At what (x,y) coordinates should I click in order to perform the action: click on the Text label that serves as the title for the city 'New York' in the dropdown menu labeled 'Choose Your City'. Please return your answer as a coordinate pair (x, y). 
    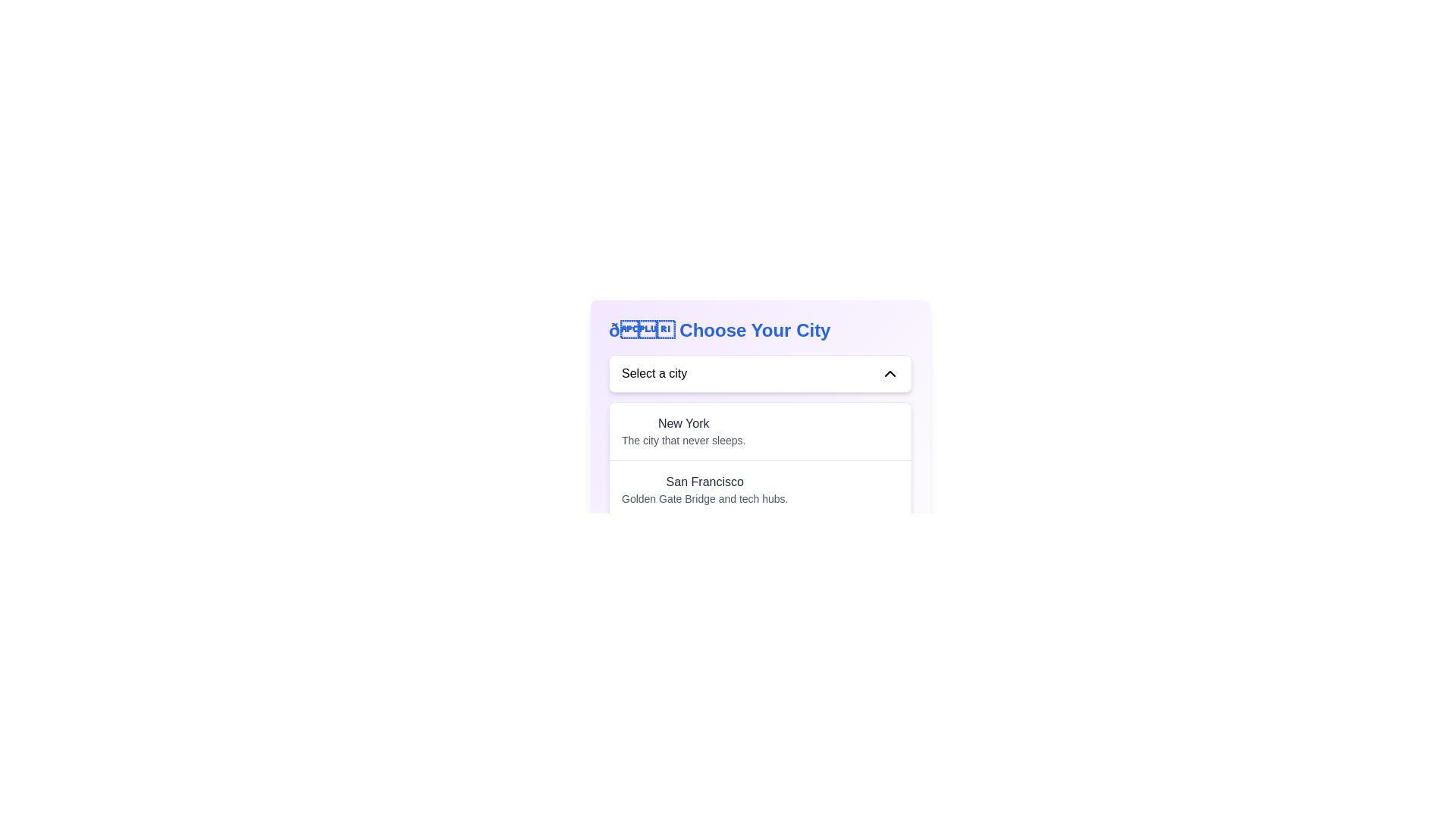
    Looking at the image, I should click on (682, 424).